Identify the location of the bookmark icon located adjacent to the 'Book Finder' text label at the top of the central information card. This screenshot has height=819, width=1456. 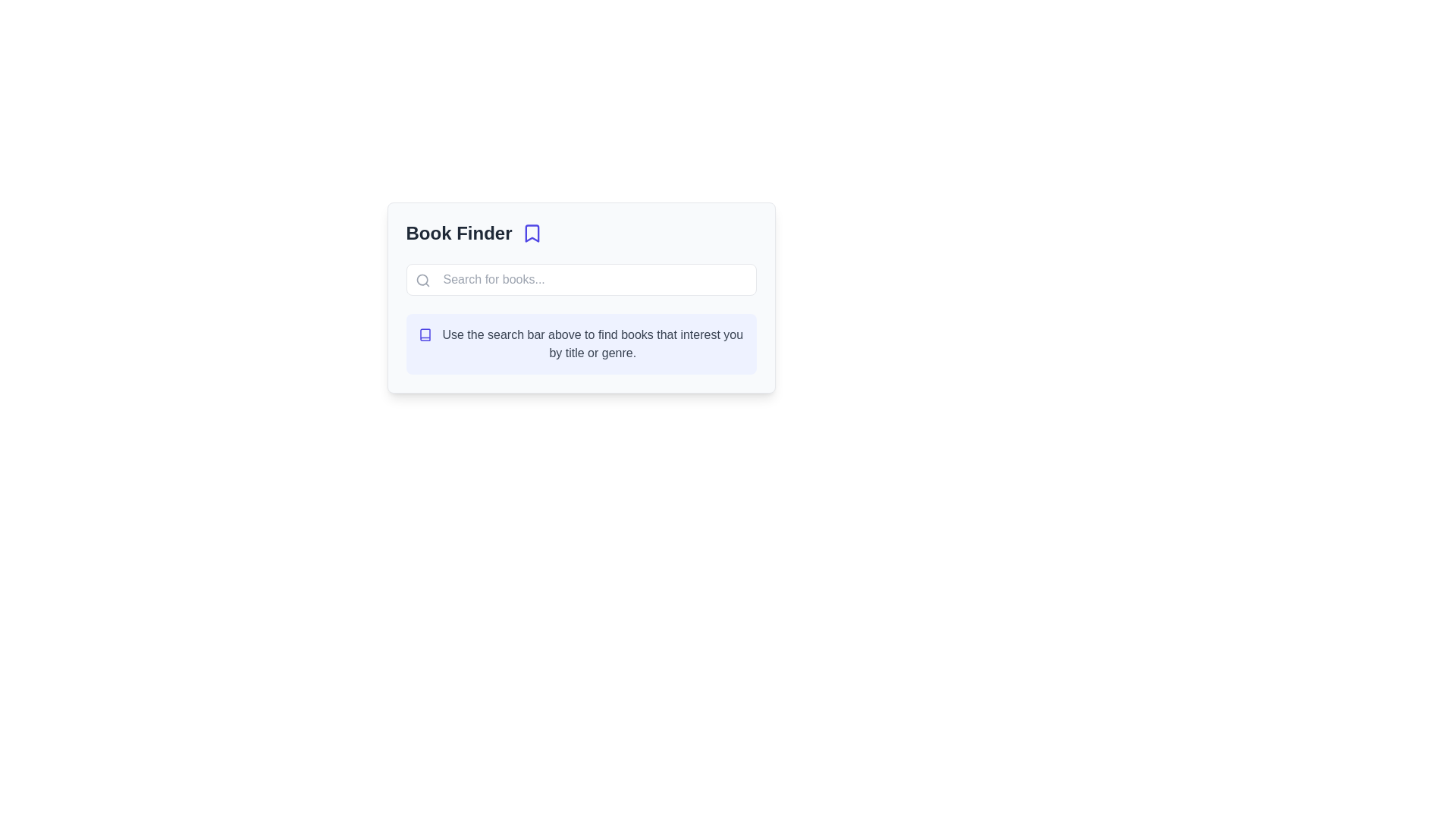
(532, 234).